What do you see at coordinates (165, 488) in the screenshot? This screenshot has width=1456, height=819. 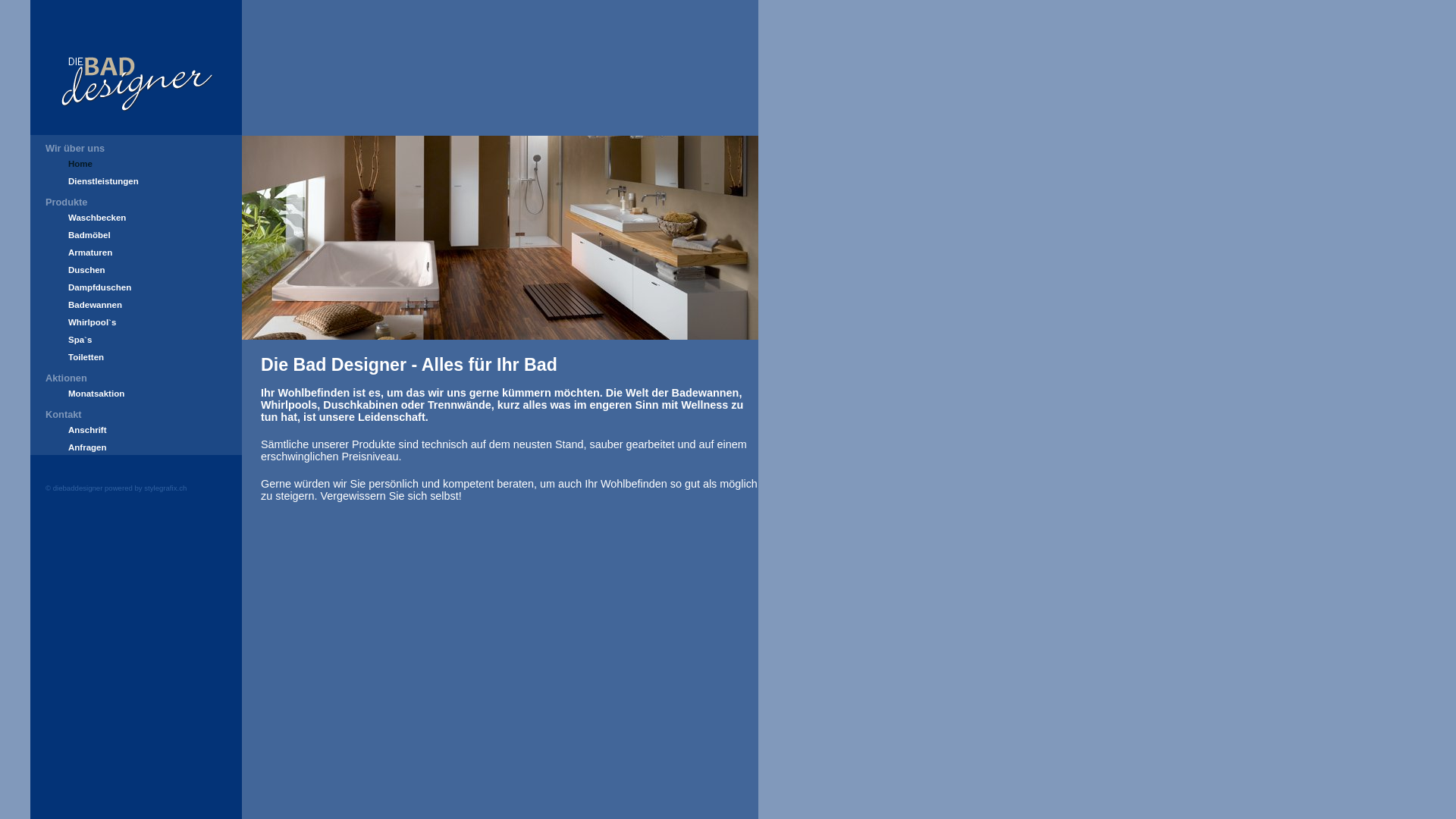 I see `'stylegrafix.ch'` at bounding box center [165, 488].